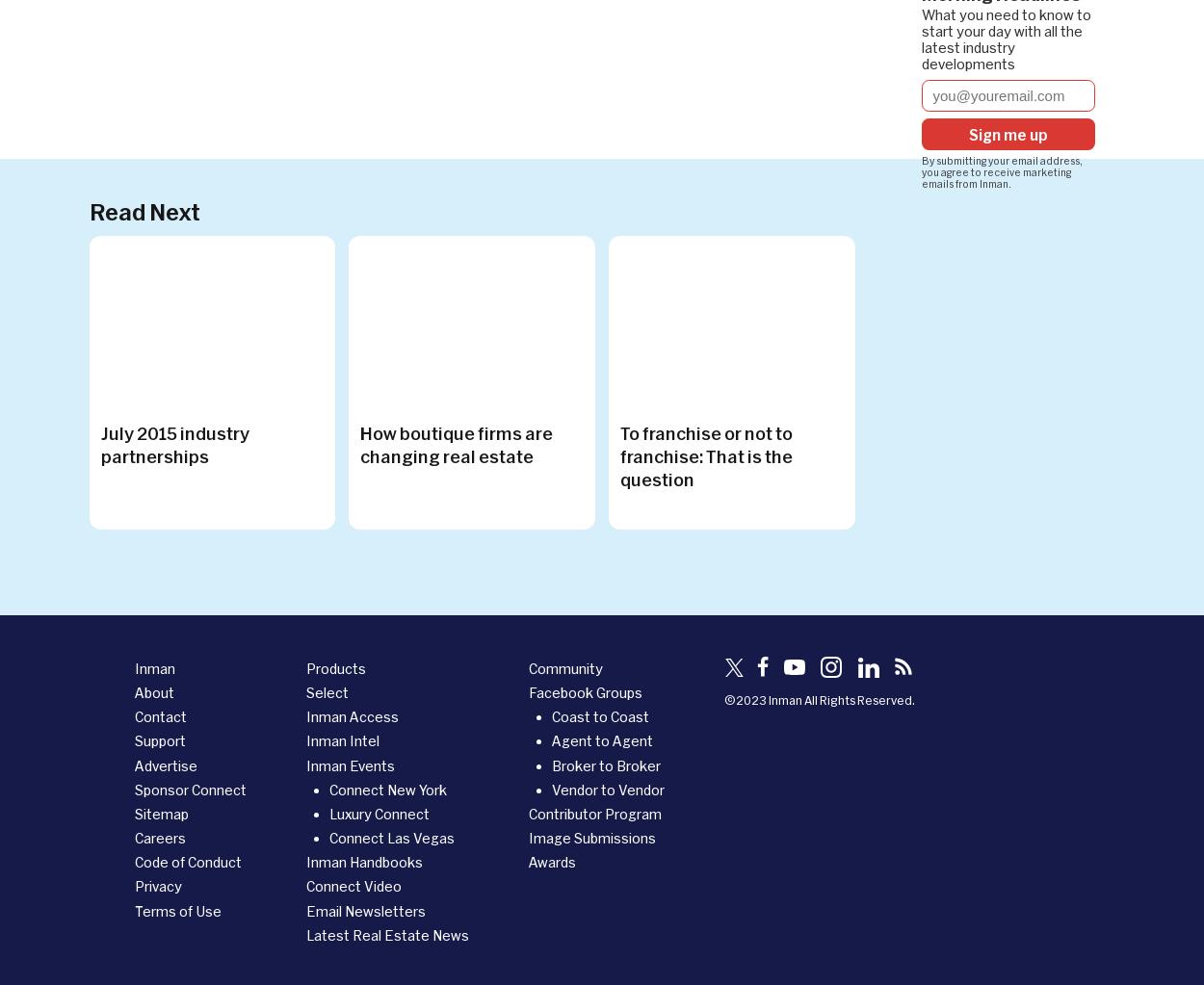  Describe the element at coordinates (160, 739) in the screenshot. I see `'Support'` at that location.